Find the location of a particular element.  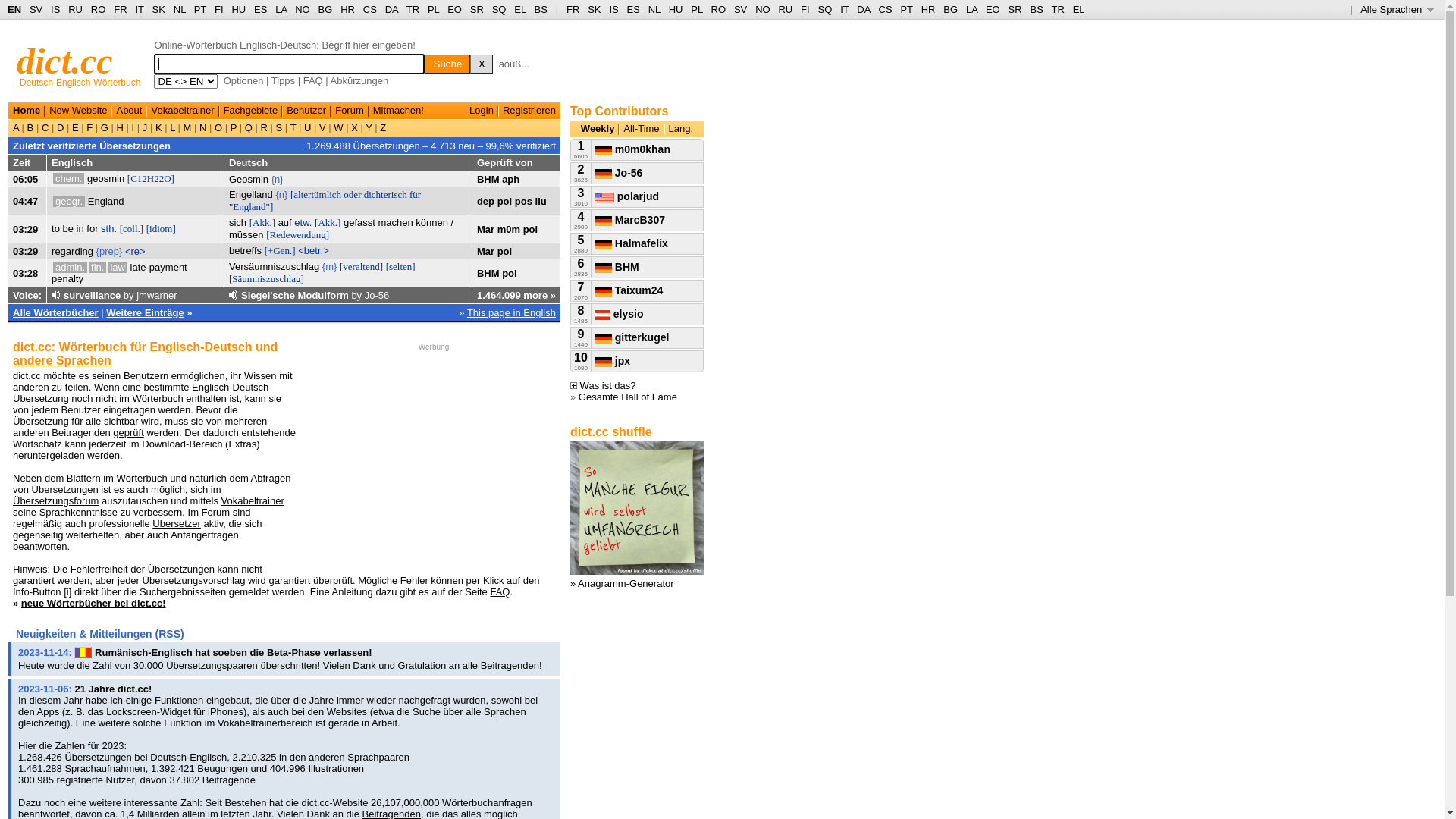

'PT' is located at coordinates (906, 9).